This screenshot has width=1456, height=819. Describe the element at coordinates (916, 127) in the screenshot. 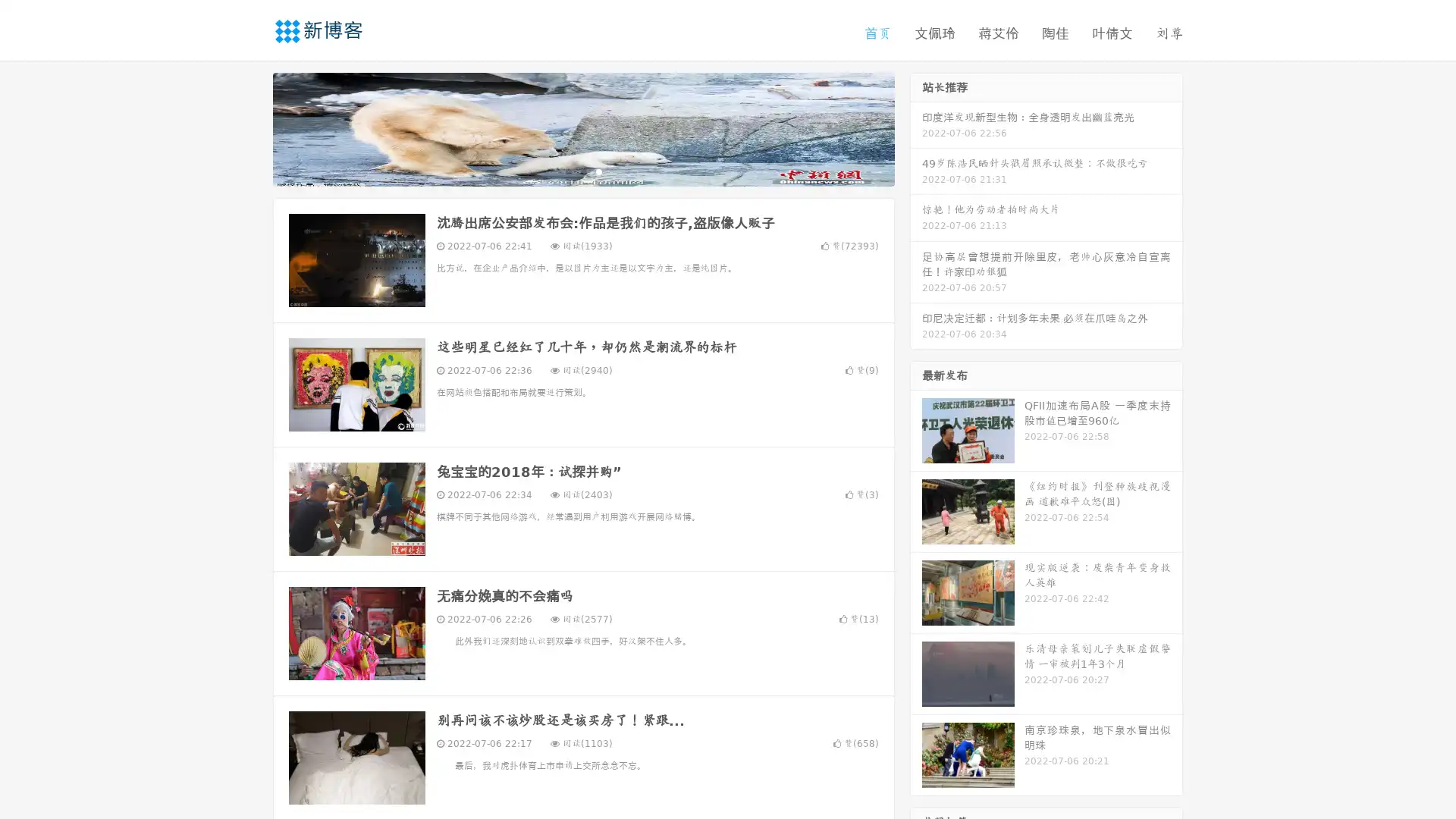

I see `Next slide` at that location.